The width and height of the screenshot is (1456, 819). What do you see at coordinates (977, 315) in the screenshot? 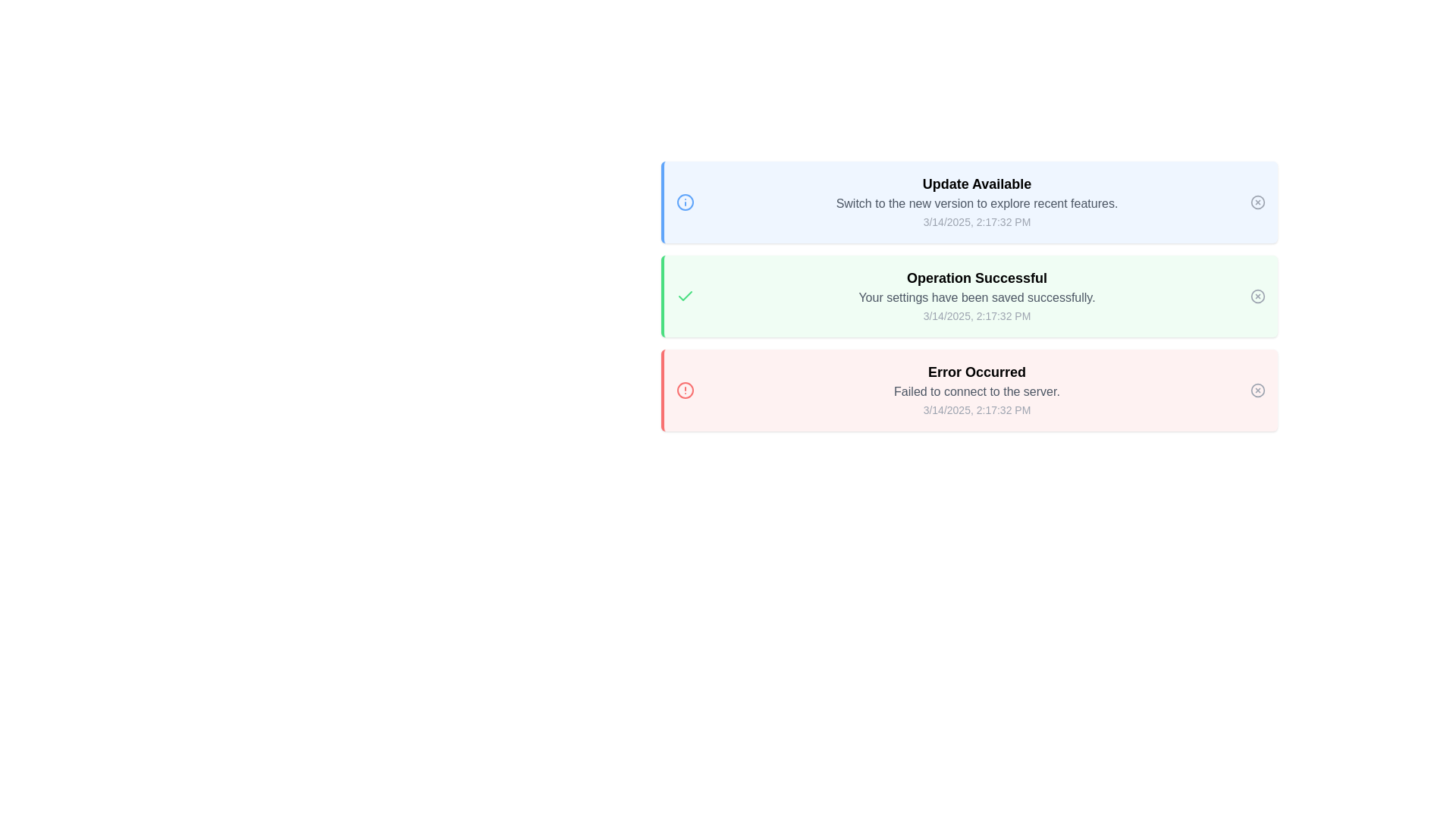
I see `the timestamp text label displaying '3/14/2025, 2:17:32 PM', which is located below the green heading 'Operation Successful'` at bounding box center [977, 315].